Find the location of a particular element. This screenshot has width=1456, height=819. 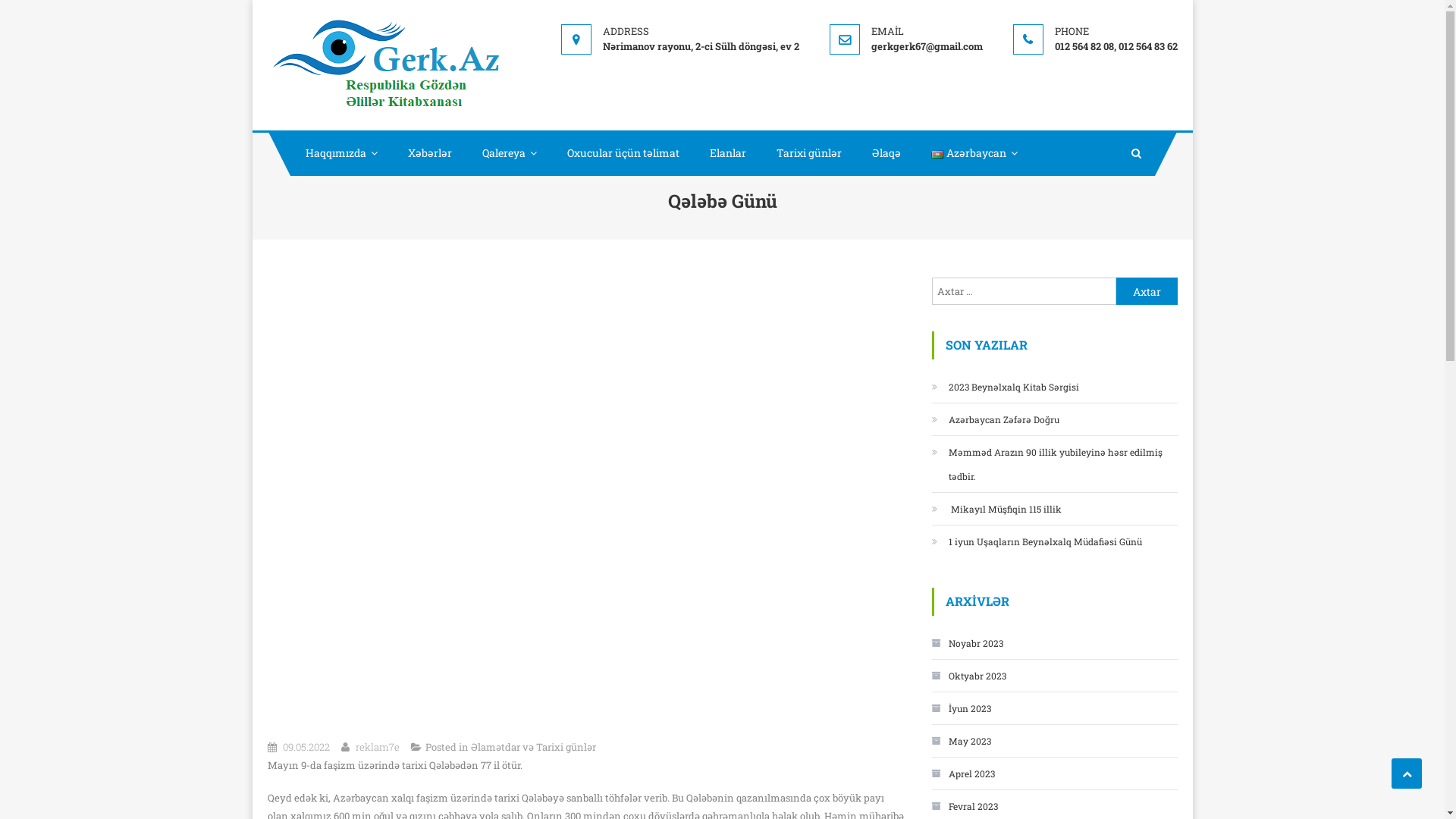

'Fevral 2023' is located at coordinates (963, 805).